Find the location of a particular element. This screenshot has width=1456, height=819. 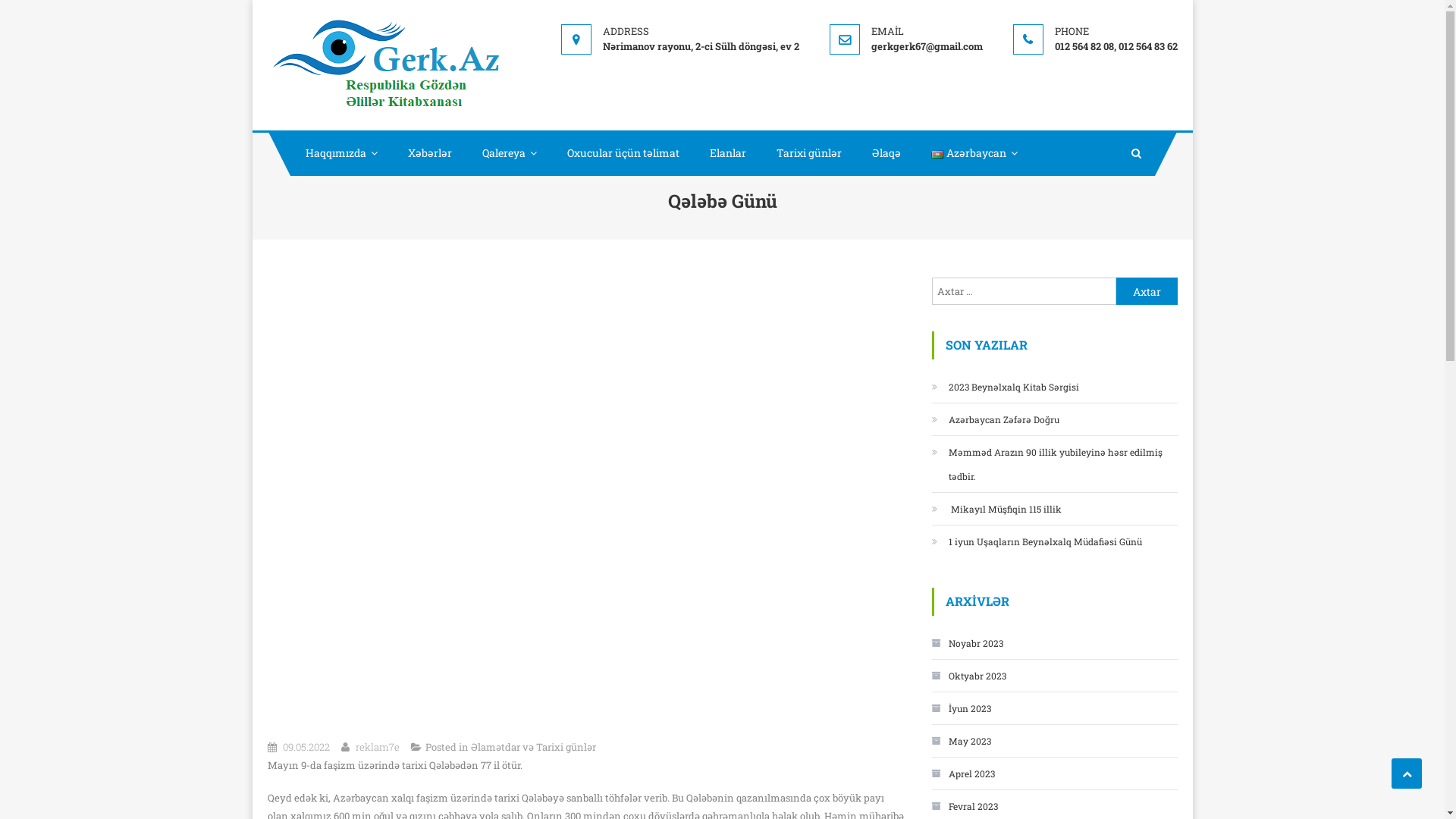

'Fevral 2023' is located at coordinates (963, 805).